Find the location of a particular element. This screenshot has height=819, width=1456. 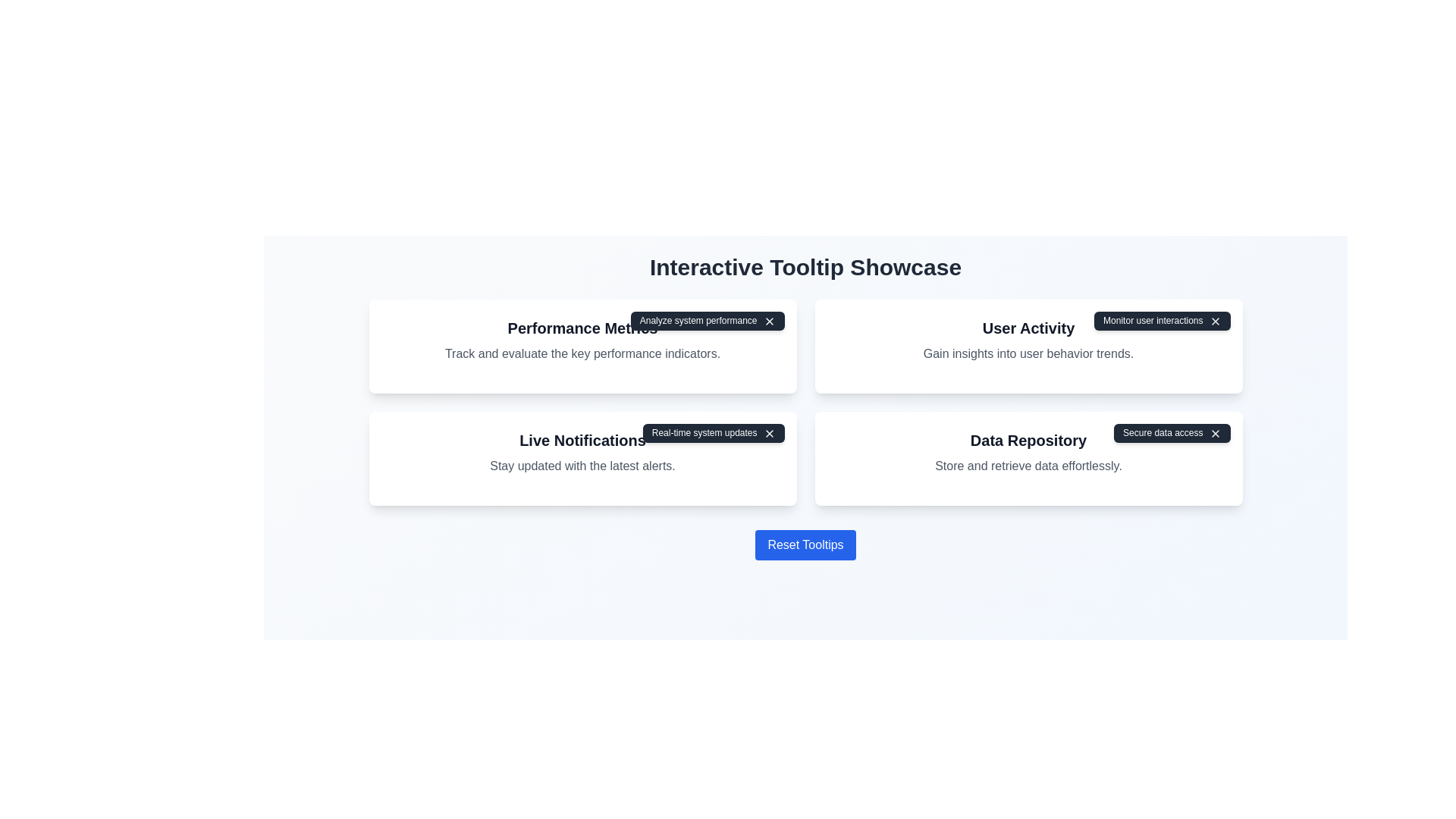

the 'User Activity' Information card, which is a white rectangular card with rounded corners and a dark title at the top, located in the top-right quadrant of the grid layout is located at coordinates (1028, 346).